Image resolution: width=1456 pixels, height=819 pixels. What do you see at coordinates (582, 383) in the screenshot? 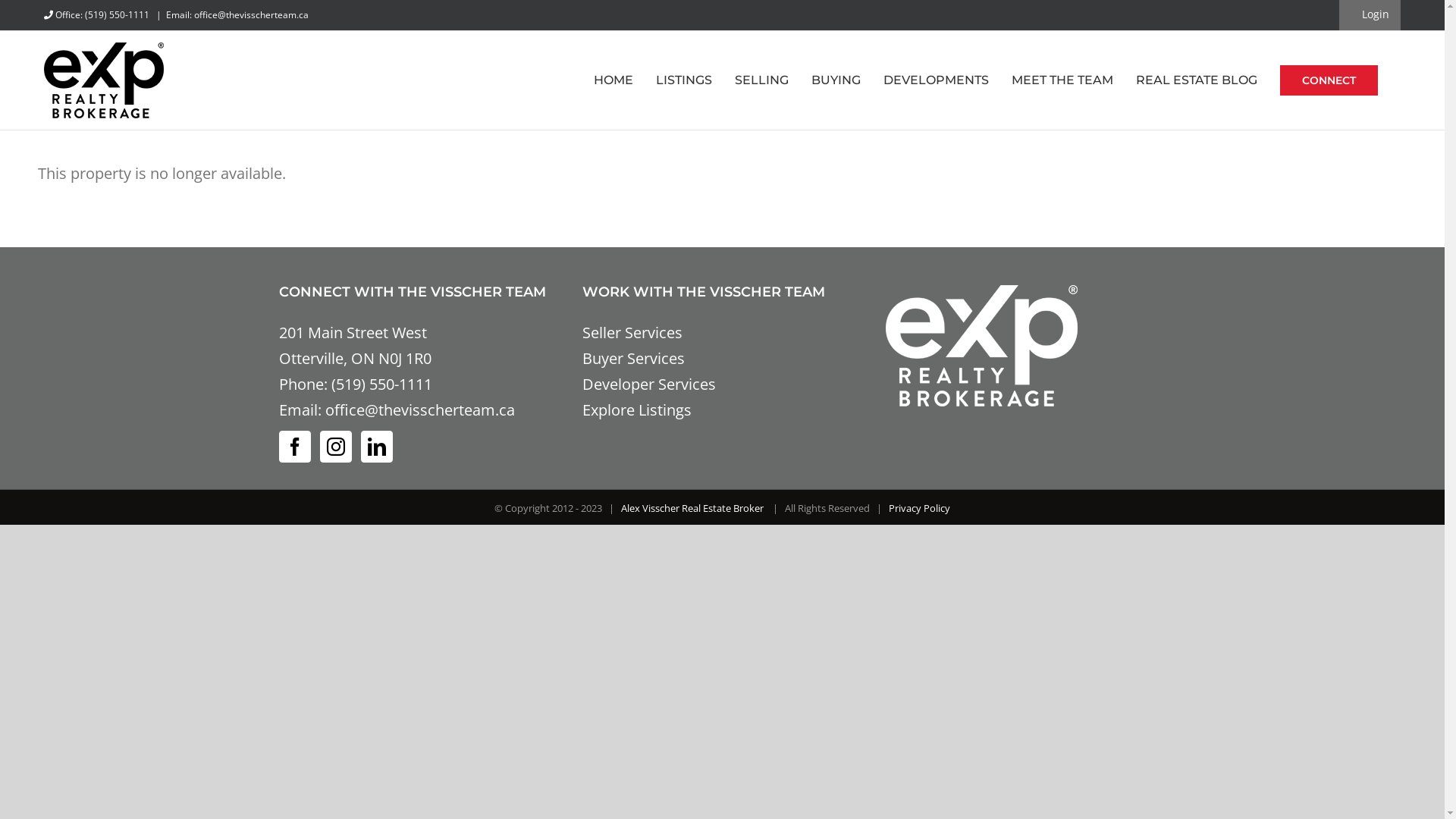
I see `'Developer Services'` at bounding box center [582, 383].